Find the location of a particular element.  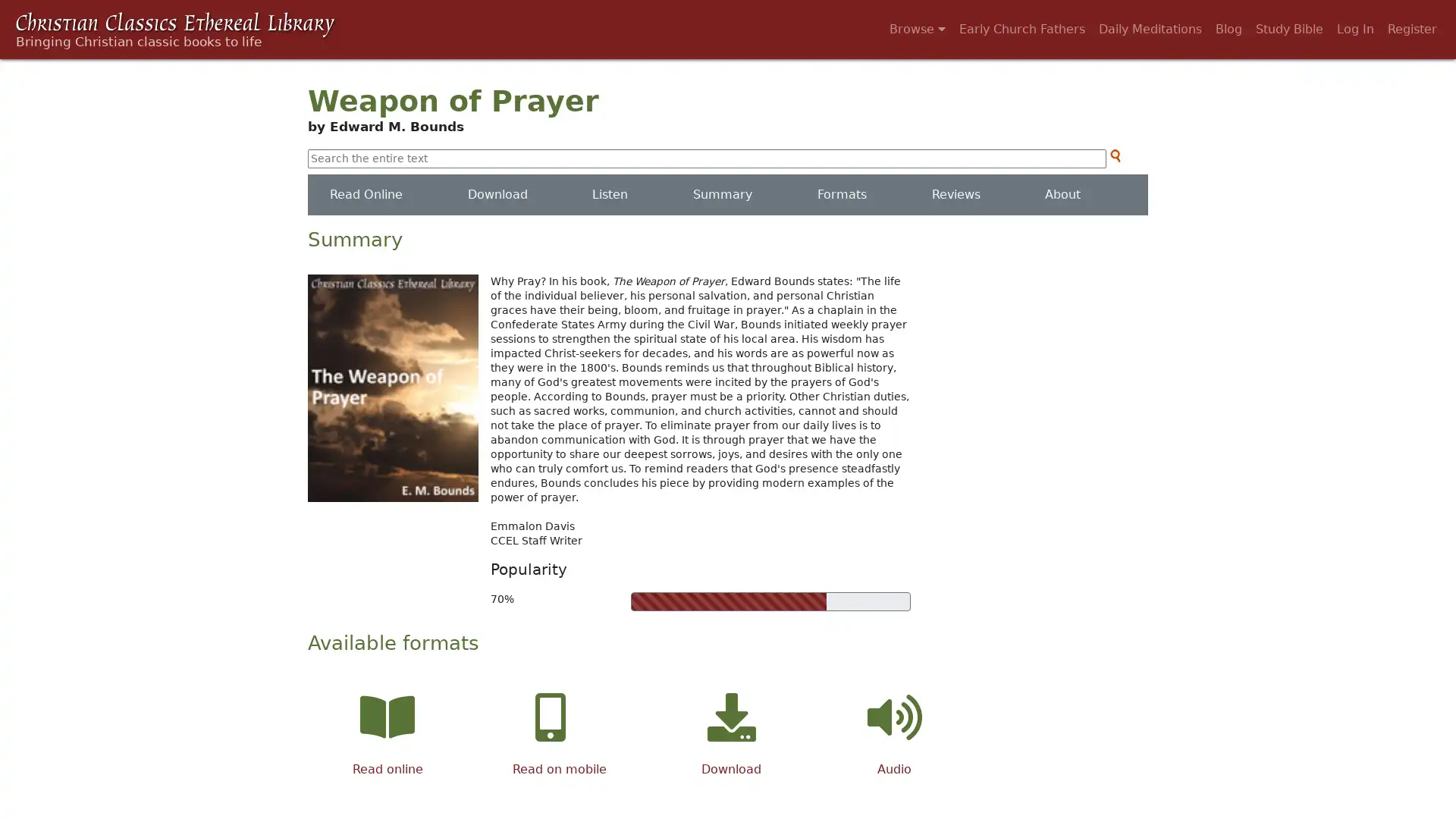

Register is located at coordinates (1411, 29).